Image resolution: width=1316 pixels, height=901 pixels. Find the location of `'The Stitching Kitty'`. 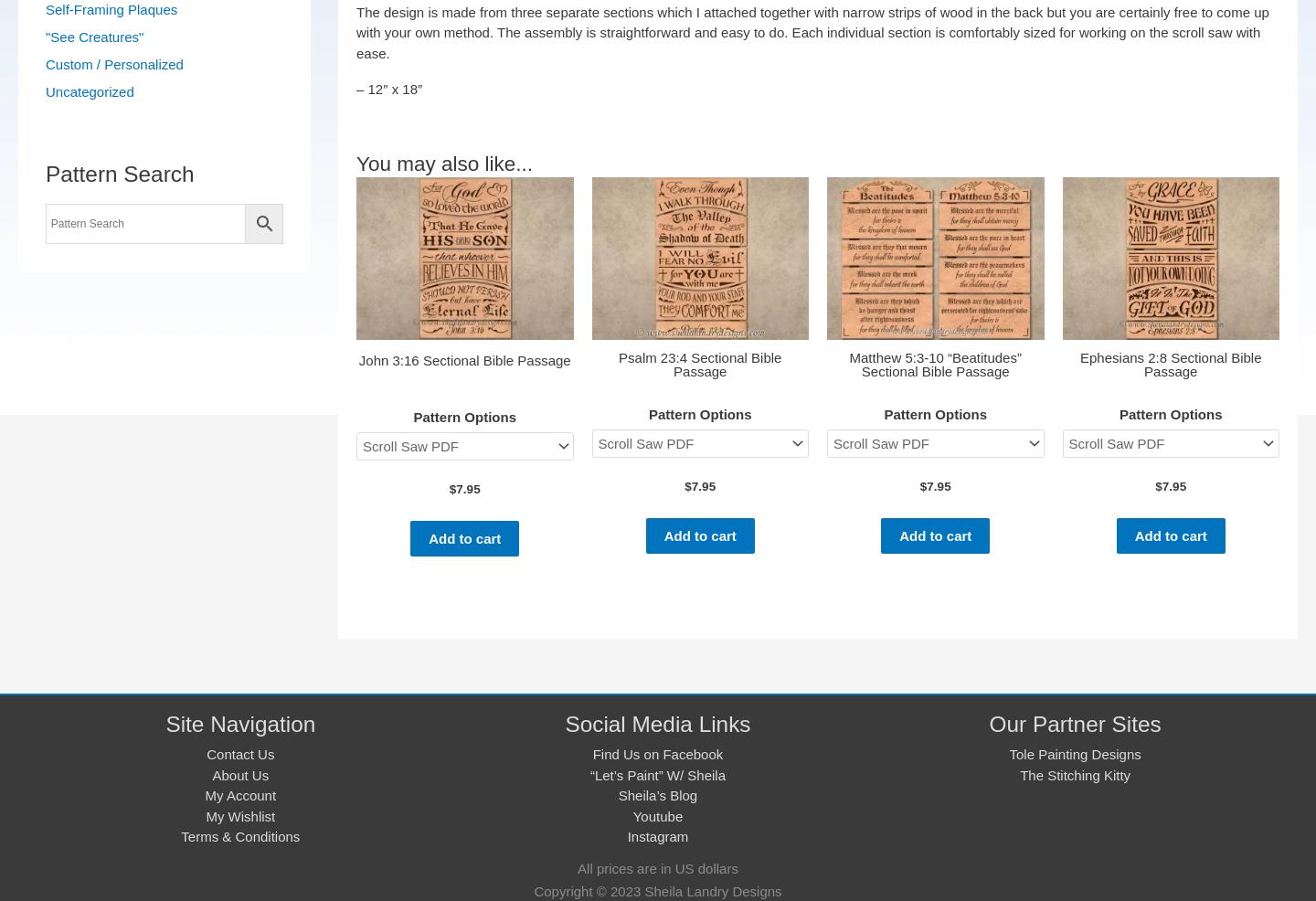

'The Stitching Kitty' is located at coordinates (1075, 773).